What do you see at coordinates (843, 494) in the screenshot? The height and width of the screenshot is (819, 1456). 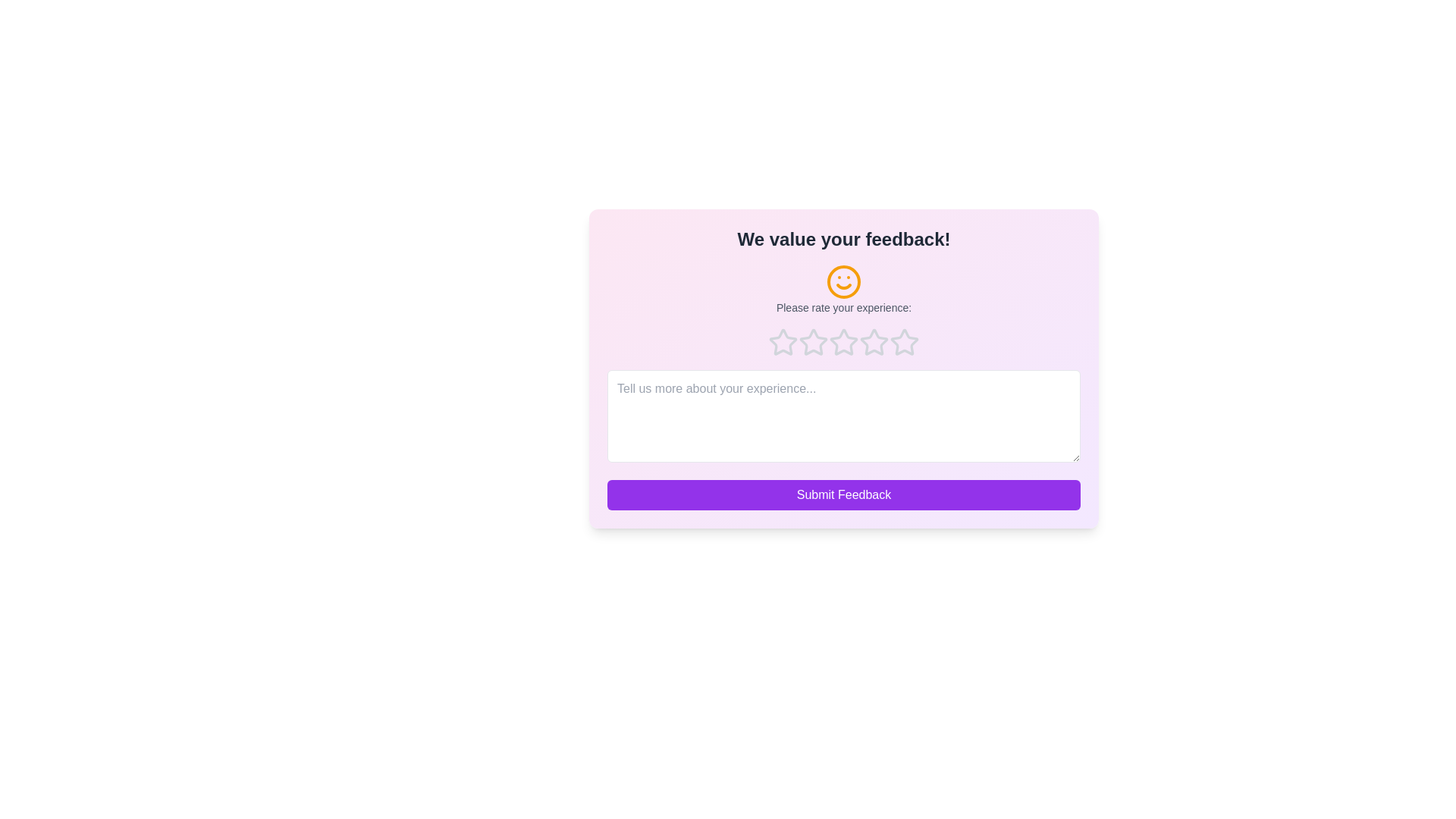 I see `the feedback submission button located at the bottom of the feedback form to observe the color change` at bounding box center [843, 494].